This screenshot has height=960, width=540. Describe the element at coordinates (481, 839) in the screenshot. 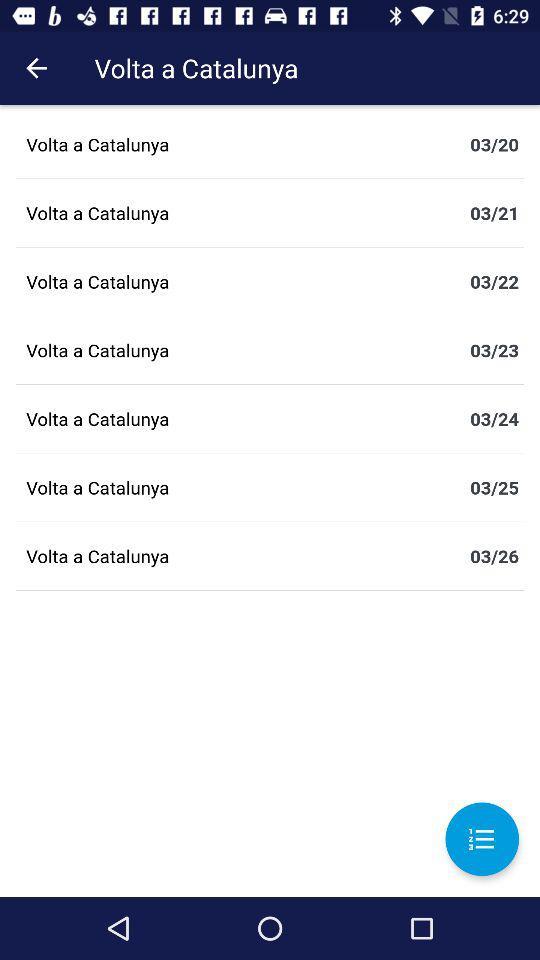

I see `the item at the bottom right corner` at that location.